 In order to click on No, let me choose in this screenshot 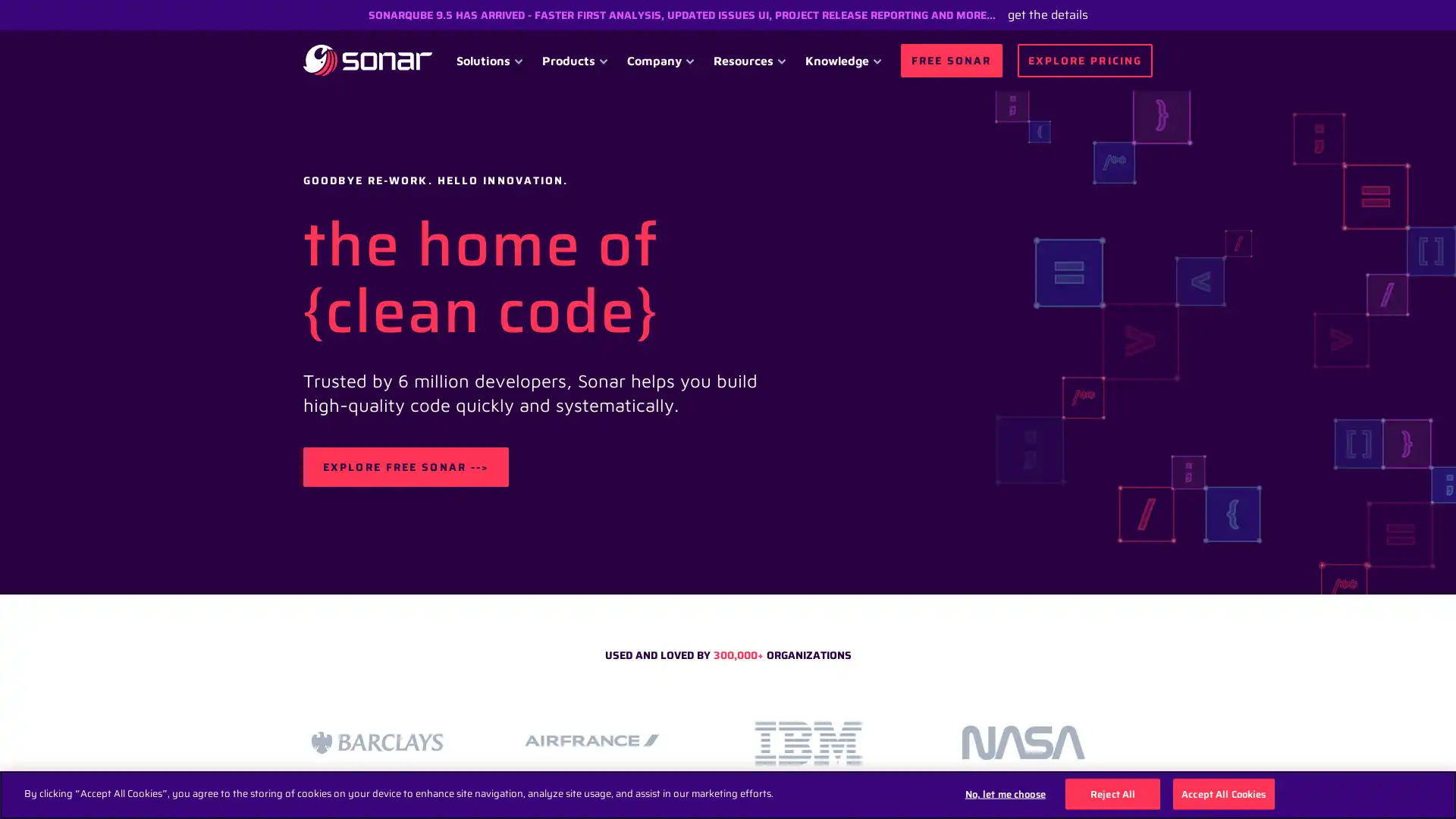, I will do `click(1005, 792)`.